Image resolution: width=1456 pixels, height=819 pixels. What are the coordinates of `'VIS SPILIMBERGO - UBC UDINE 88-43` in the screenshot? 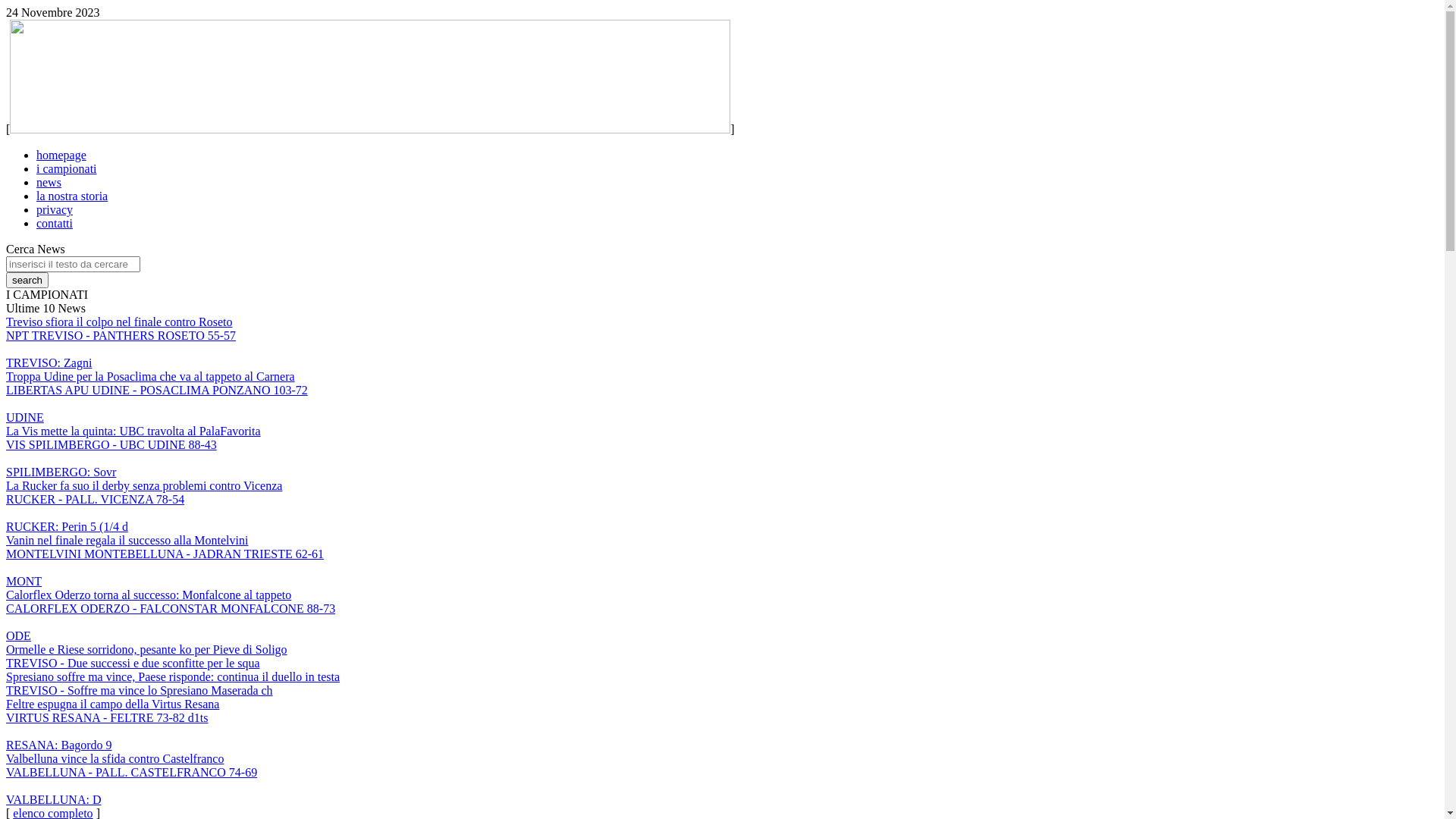 It's located at (111, 457).